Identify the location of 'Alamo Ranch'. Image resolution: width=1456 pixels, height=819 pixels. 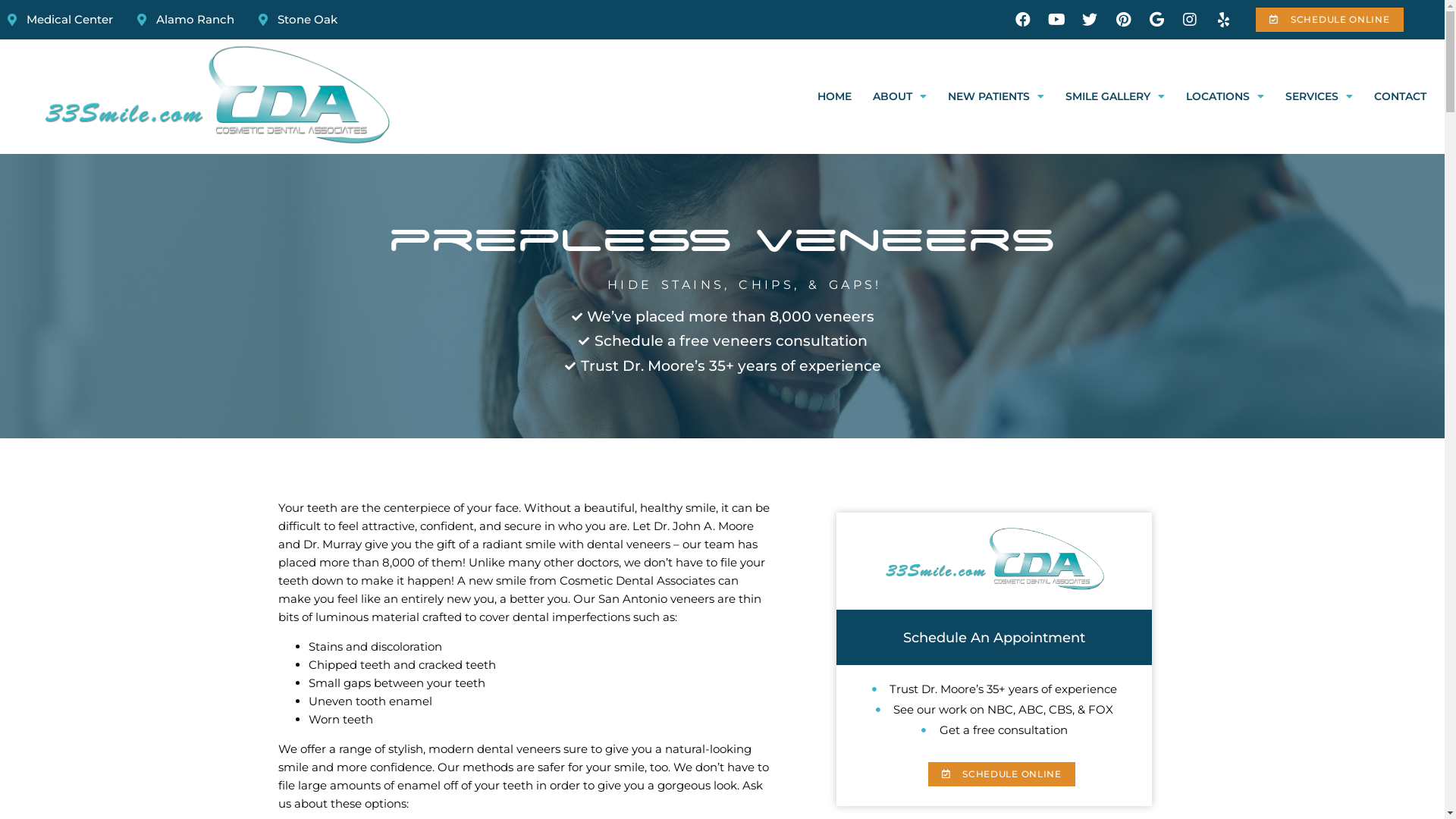
(184, 20).